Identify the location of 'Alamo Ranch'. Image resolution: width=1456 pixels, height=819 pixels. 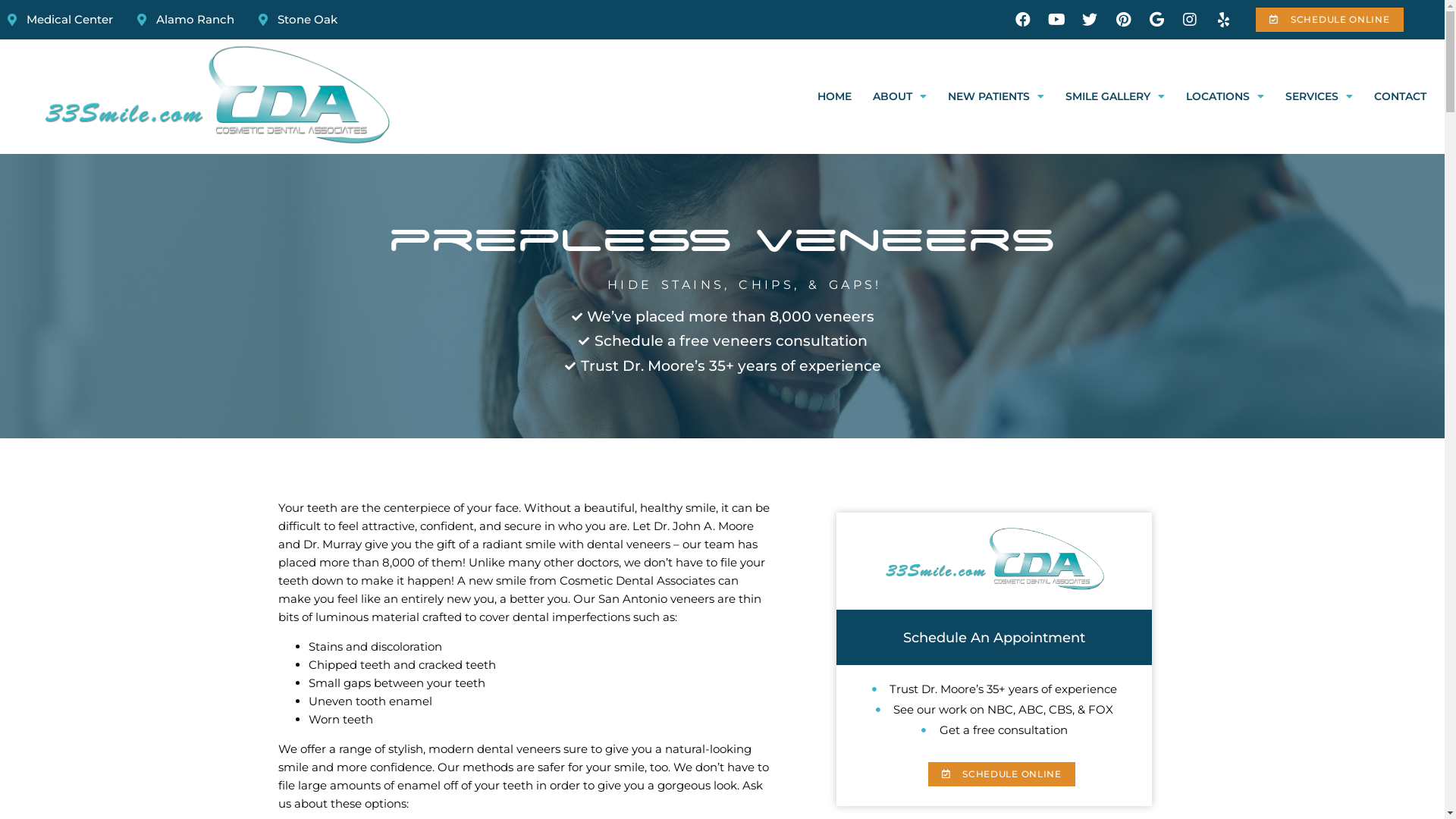
(184, 20).